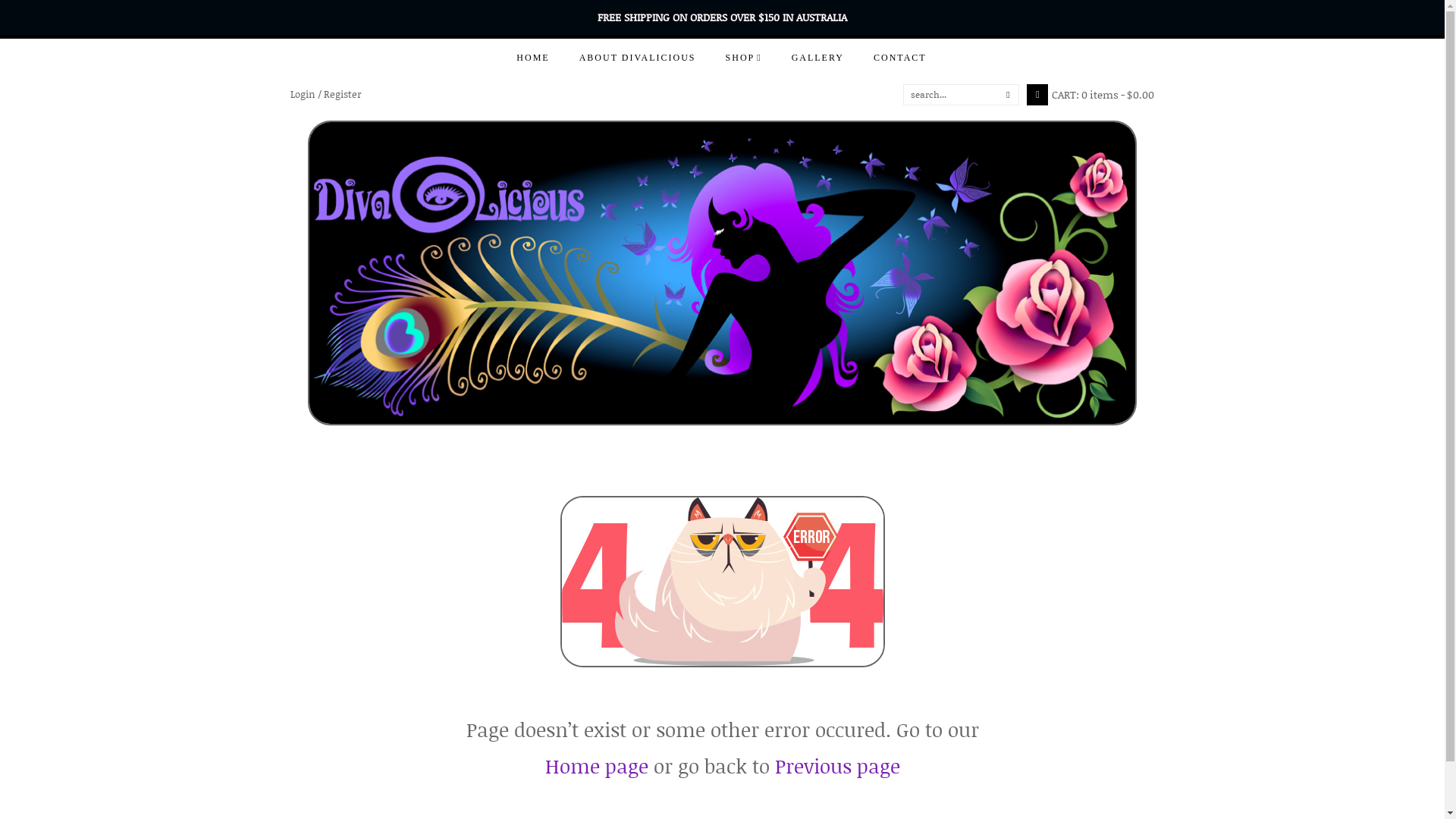  Describe the element at coordinates (709, 57) in the screenshot. I see `'SHOP'` at that location.